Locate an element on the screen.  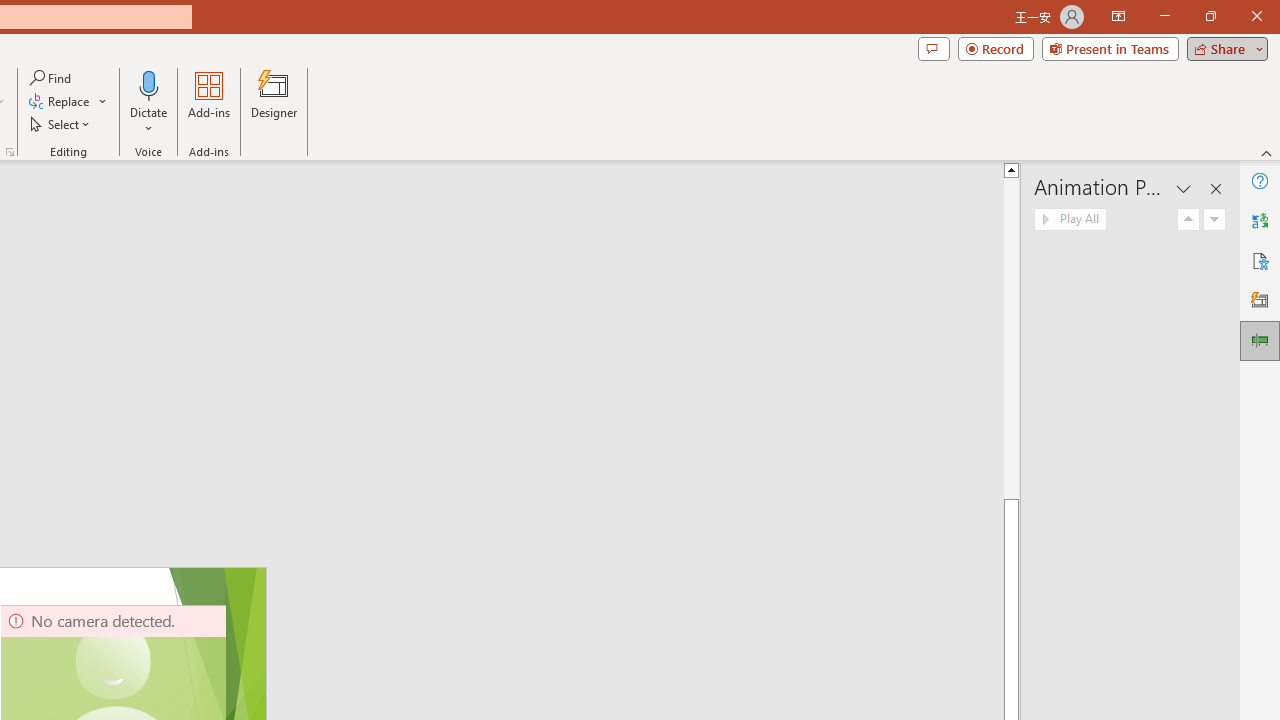
'Dictate' is located at coordinates (148, 103).